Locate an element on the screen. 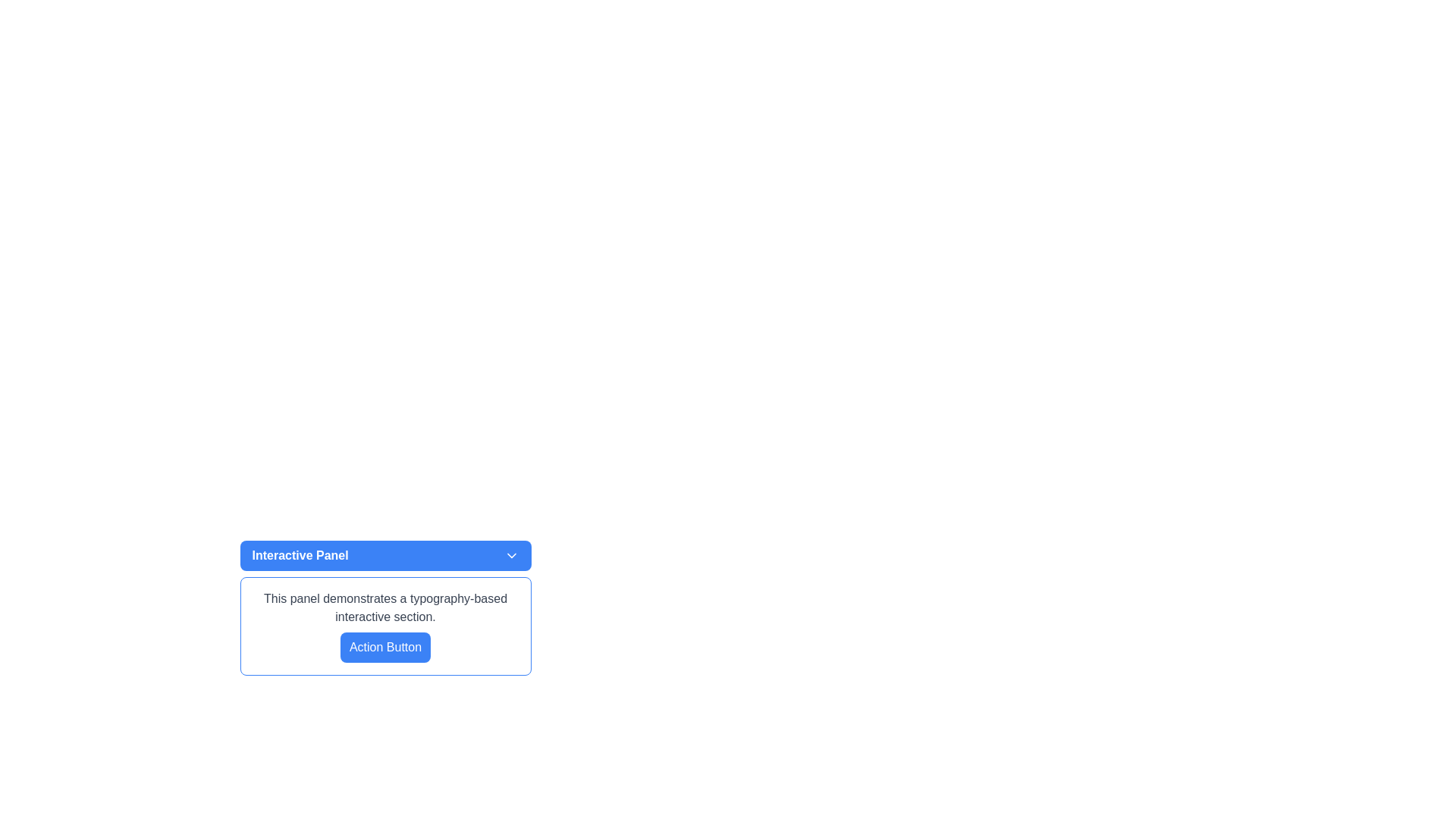 The image size is (1456, 819). the button located within a bordered panel with rounded corners and a light blue outline, situated below the descriptive text reading 'This panel demonstrates a typography-based interactive section.' is located at coordinates (385, 647).